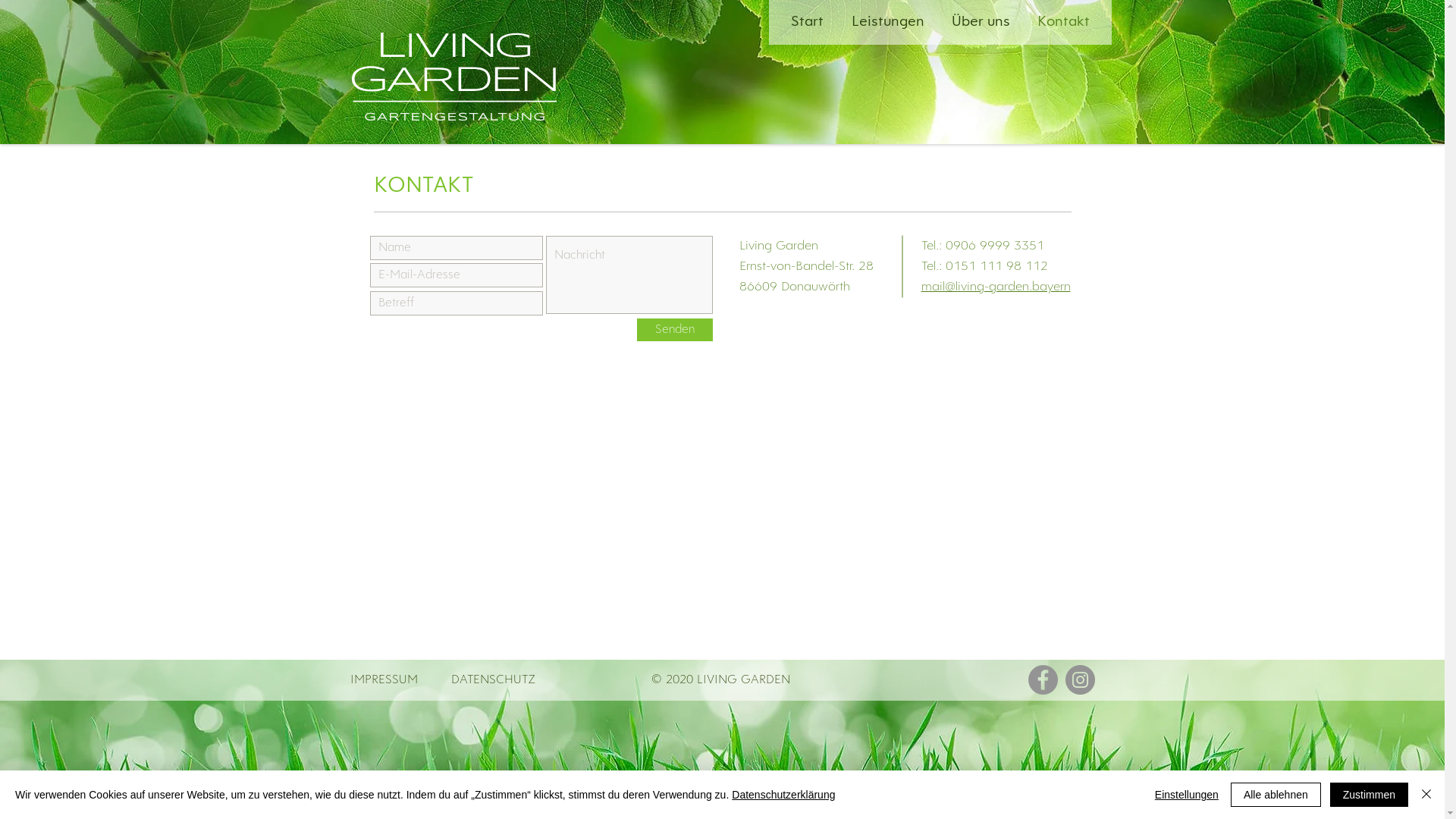 This screenshot has height=819, width=1456. Describe the element at coordinates (1025, 22) in the screenshot. I see `'Kontakt'` at that location.